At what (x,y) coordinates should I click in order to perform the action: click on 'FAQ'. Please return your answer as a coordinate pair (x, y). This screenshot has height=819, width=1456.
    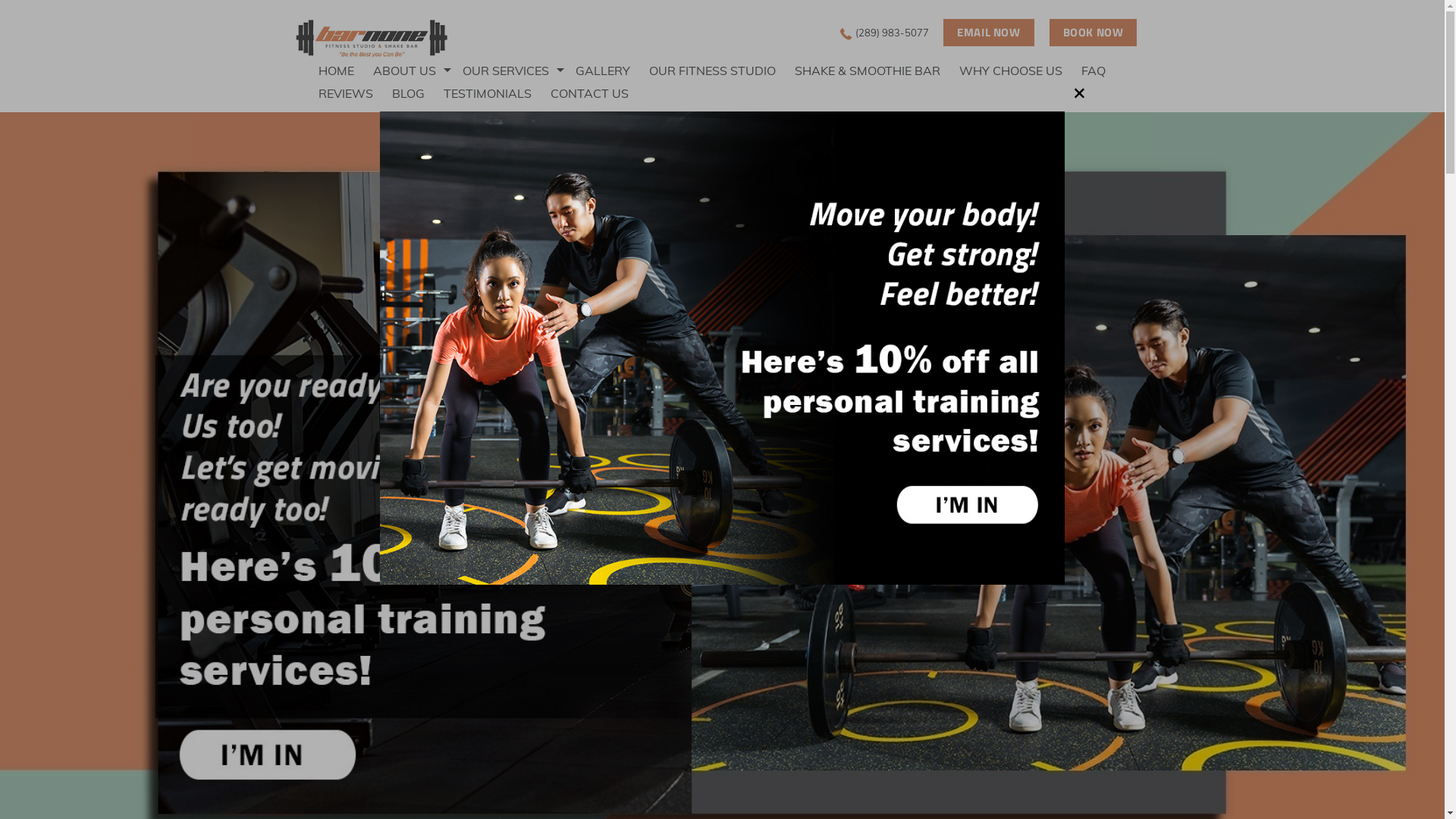
    Looking at the image, I should click on (1103, 70).